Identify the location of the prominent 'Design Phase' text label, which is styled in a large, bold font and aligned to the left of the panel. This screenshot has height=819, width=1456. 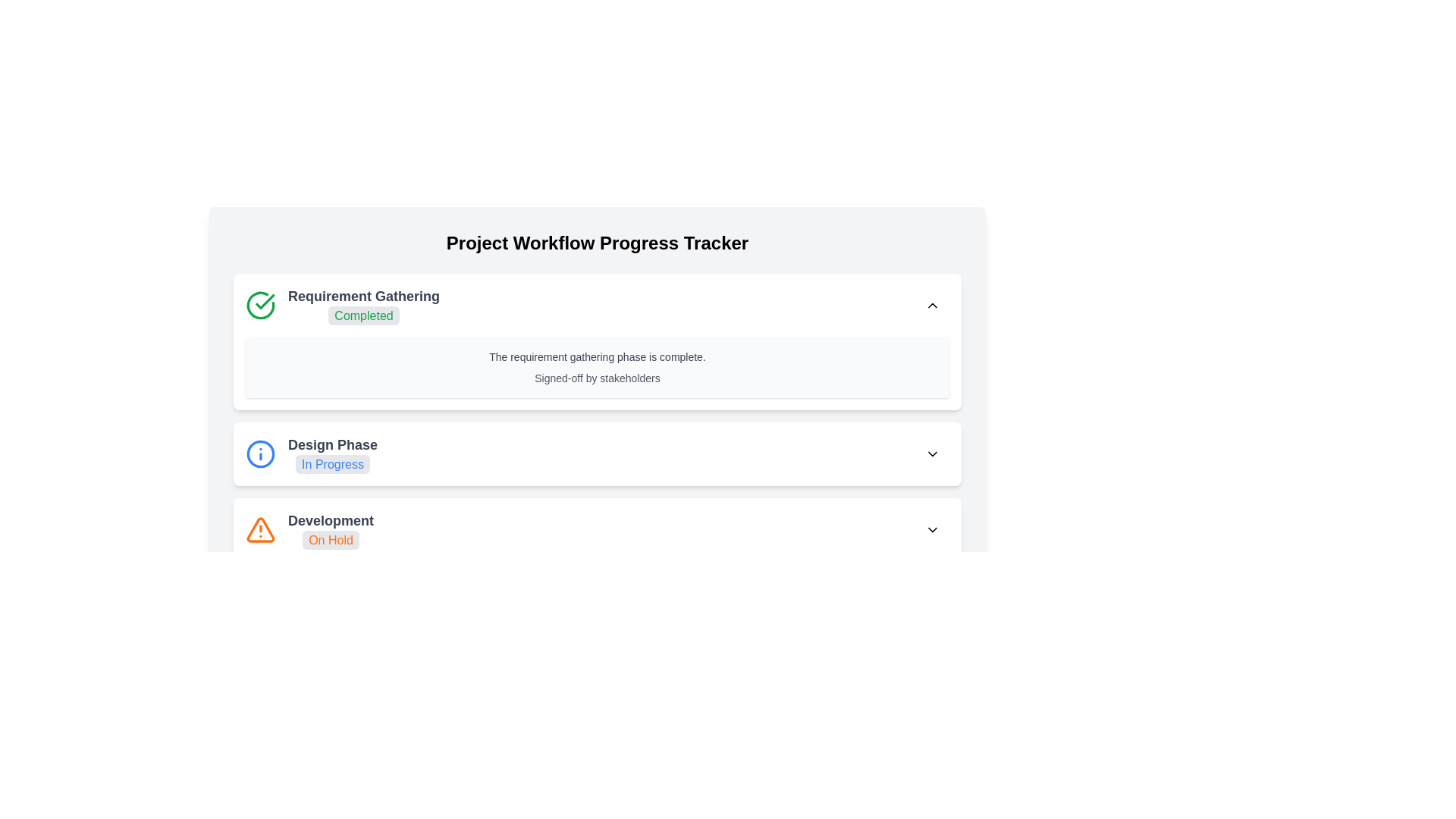
(332, 444).